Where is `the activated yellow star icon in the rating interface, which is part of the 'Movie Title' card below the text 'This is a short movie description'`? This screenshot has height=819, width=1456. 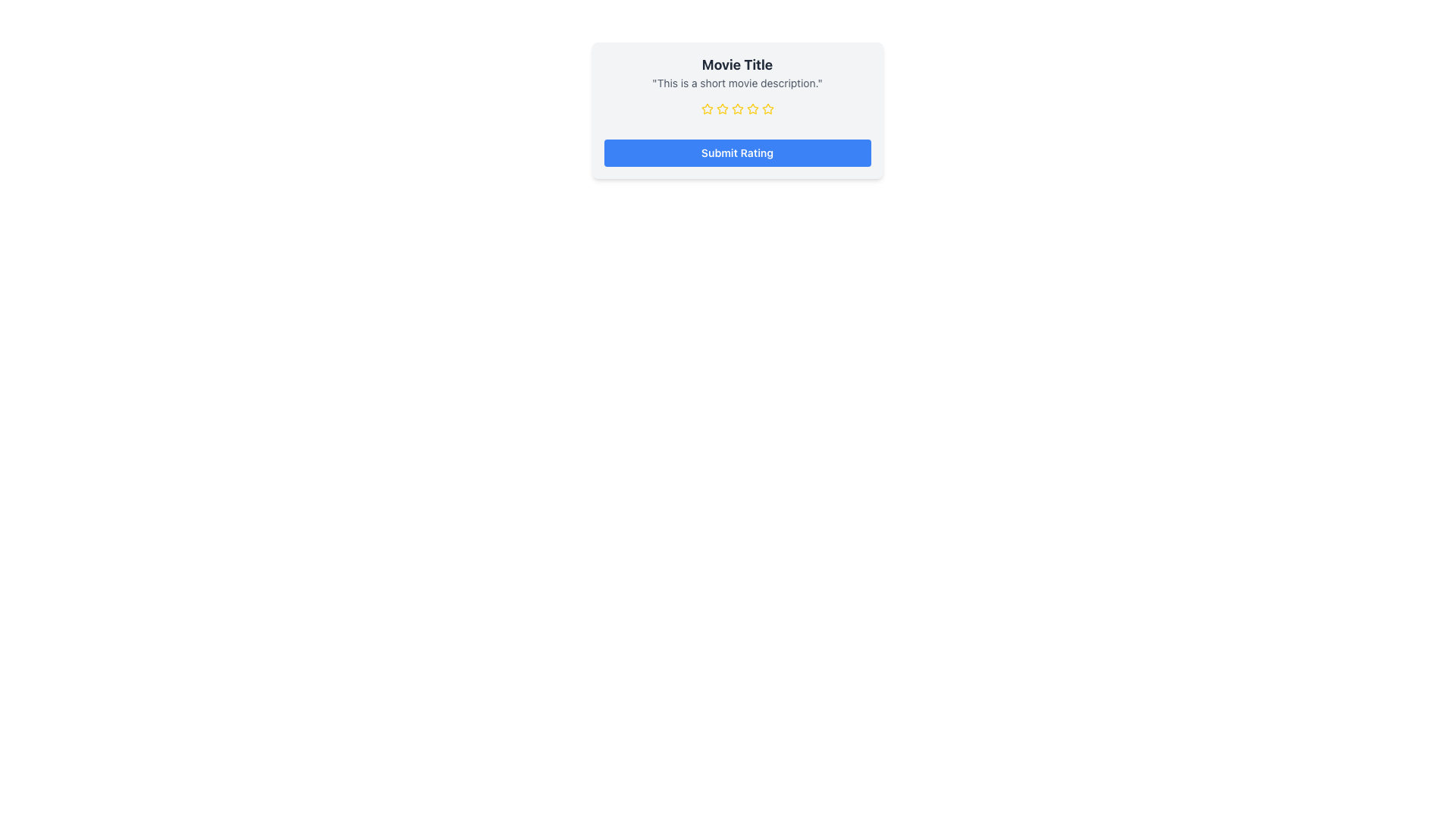
the activated yellow star icon in the rating interface, which is part of the 'Movie Title' card below the text 'This is a short movie description' is located at coordinates (737, 110).